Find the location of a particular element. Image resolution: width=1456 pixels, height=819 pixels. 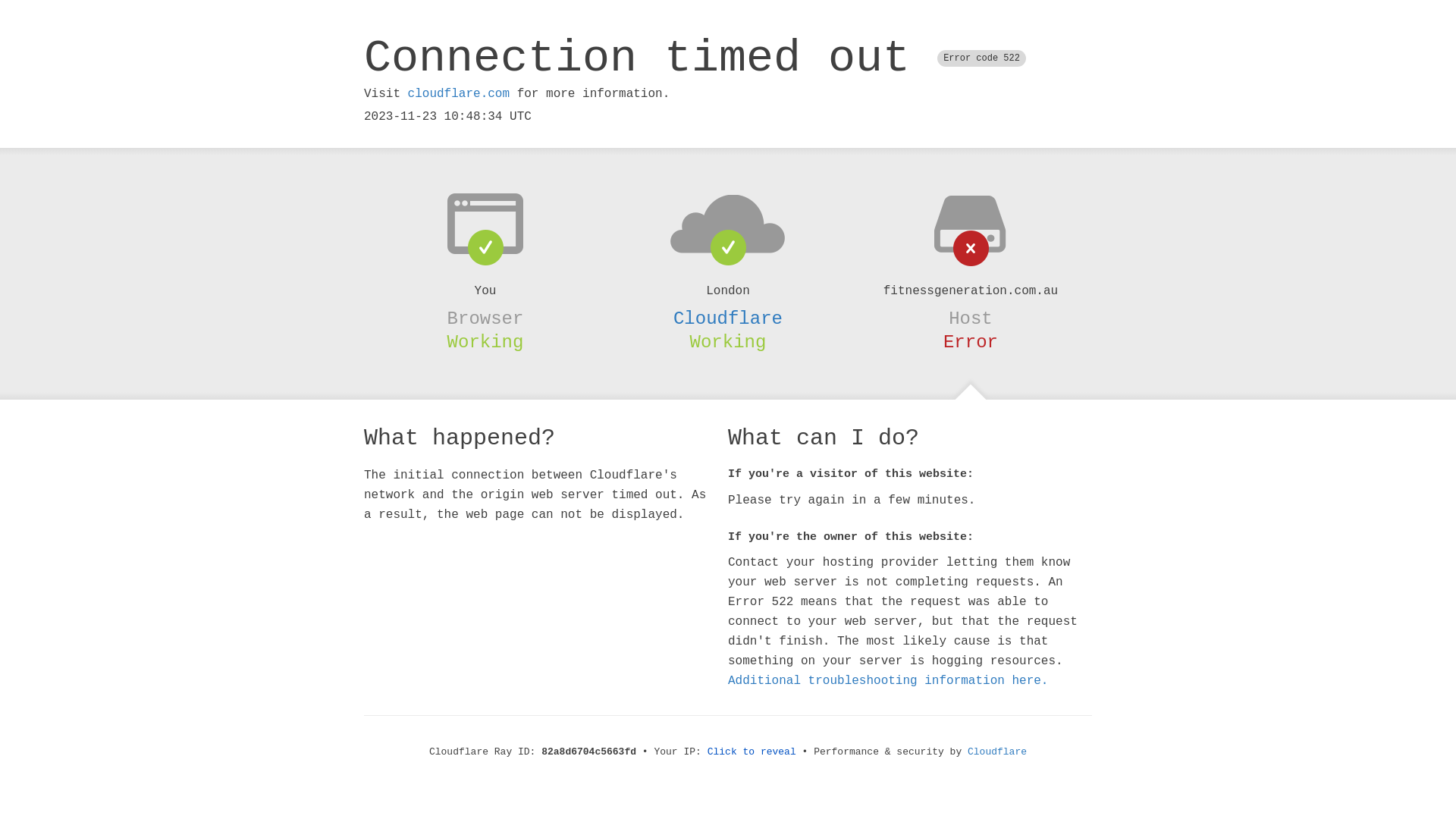

'Cloudflare' is located at coordinates (967, 752).